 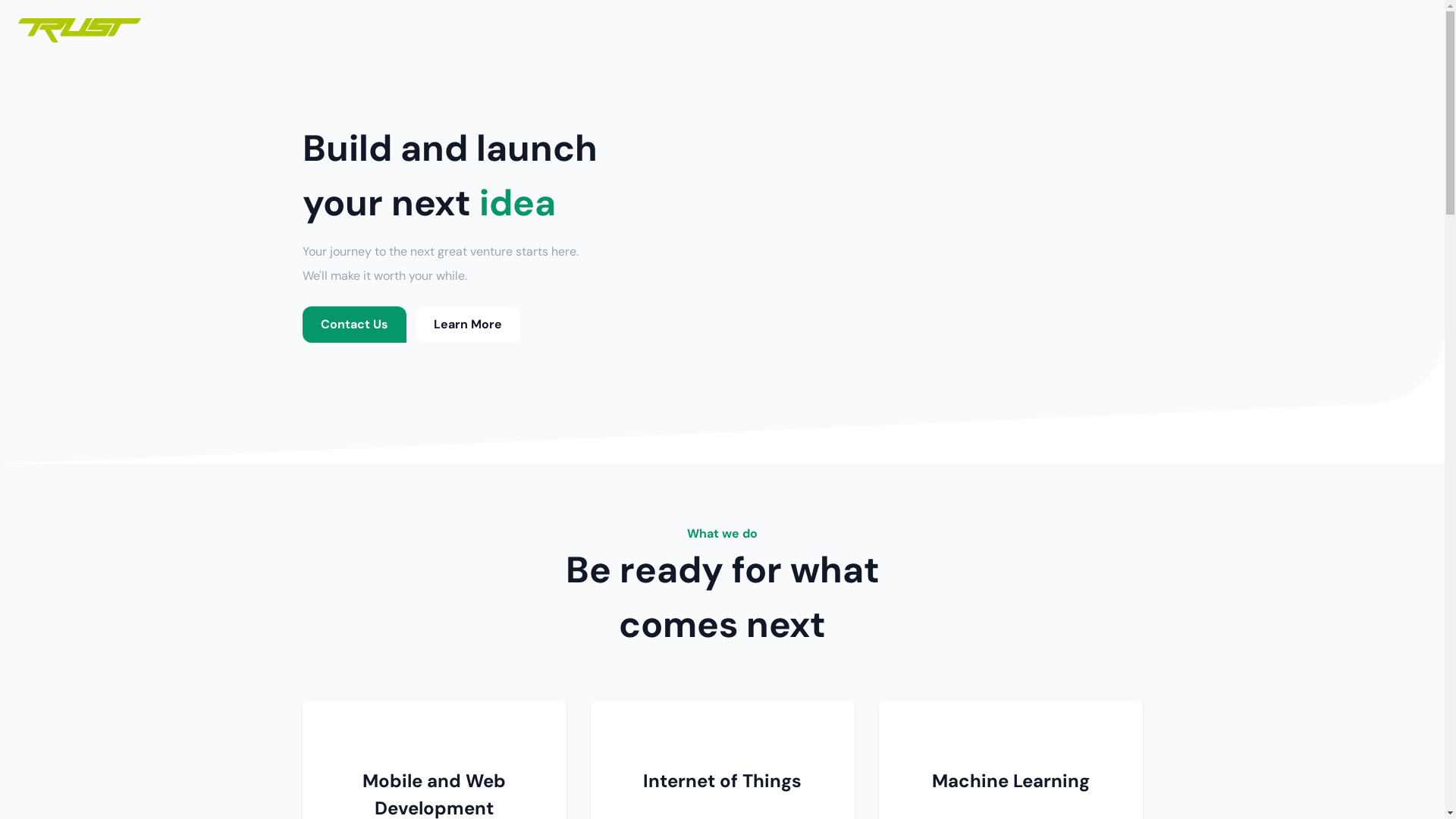 I want to click on 'Learn More', so click(x=415, y=324).